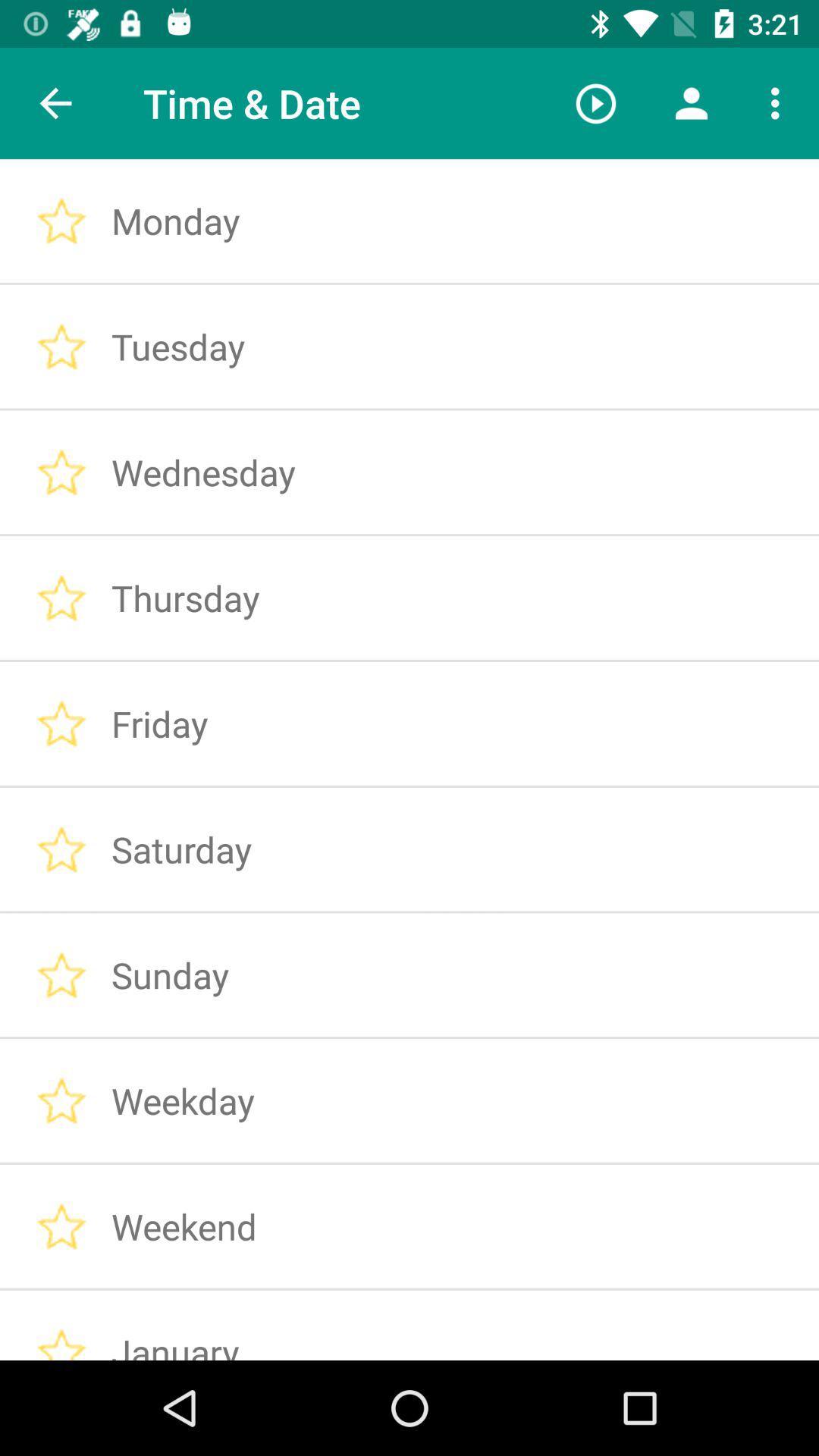 This screenshot has height=1456, width=819. Describe the element at coordinates (595, 102) in the screenshot. I see `the icon next to the time & date item` at that location.